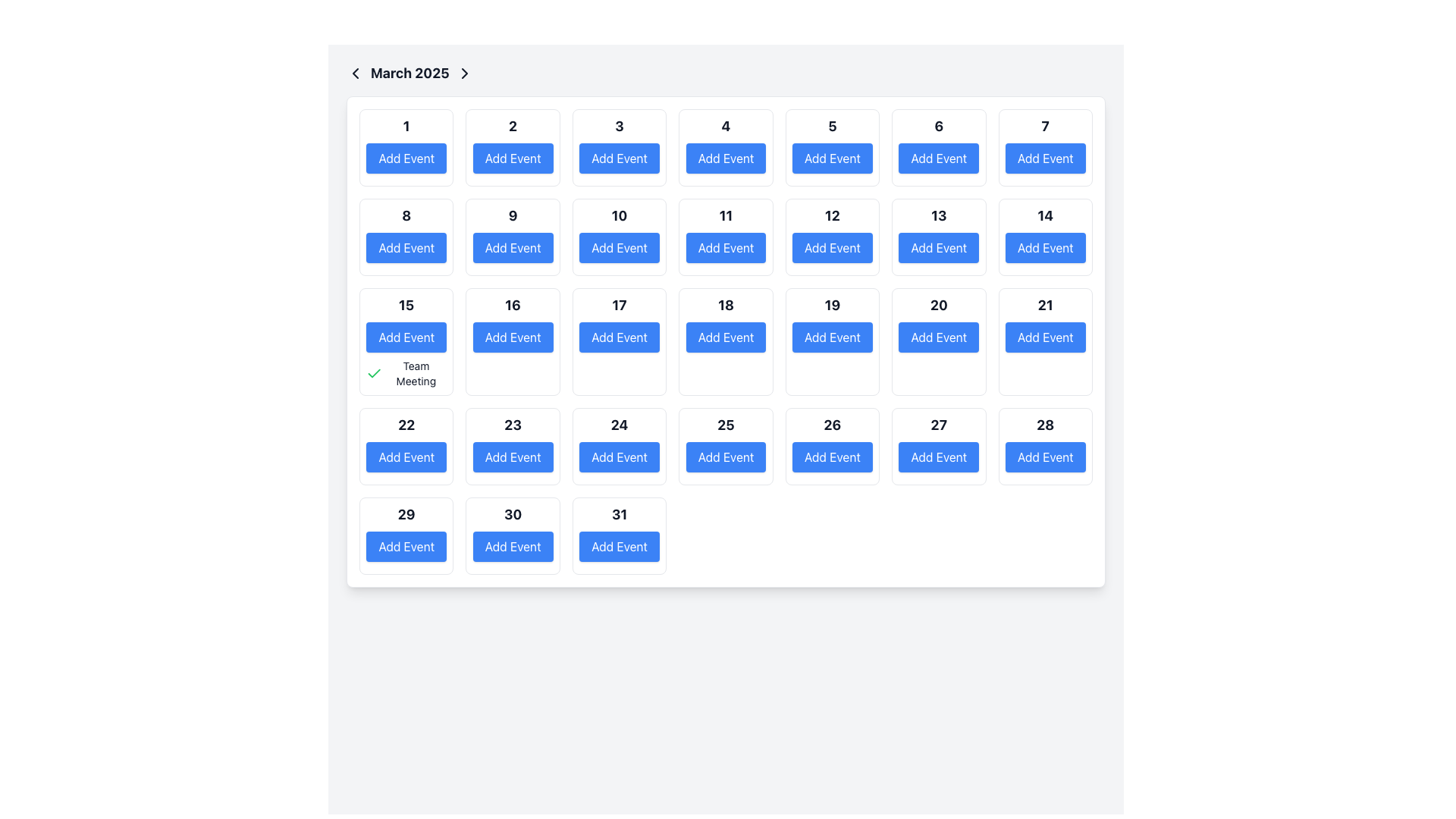 Image resolution: width=1456 pixels, height=819 pixels. Describe the element at coordinates (831, 148) in the screenshot. I see `the 'Add Event' button related to date-based event management, located` at that location.